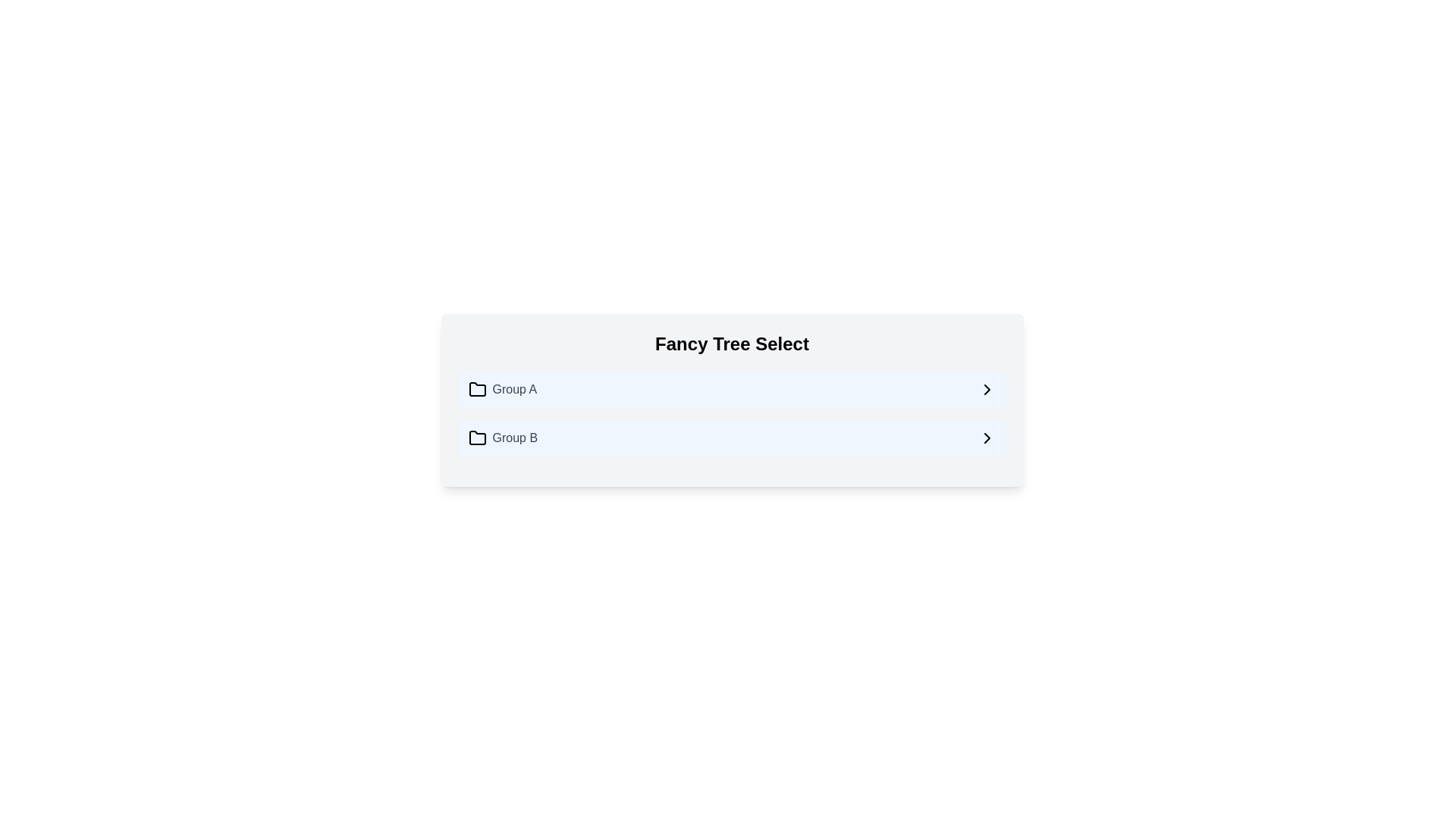 The width and height of the screenshot is (1456, 819). What do you see at coordinates (987, 438) in the screenshot?
I see `the small right-facing arrow SVG icon located to the far-right of the 'Group B' label in the second row under the 'Fancy Tree Select' heading` at bounding box center [987, 438].